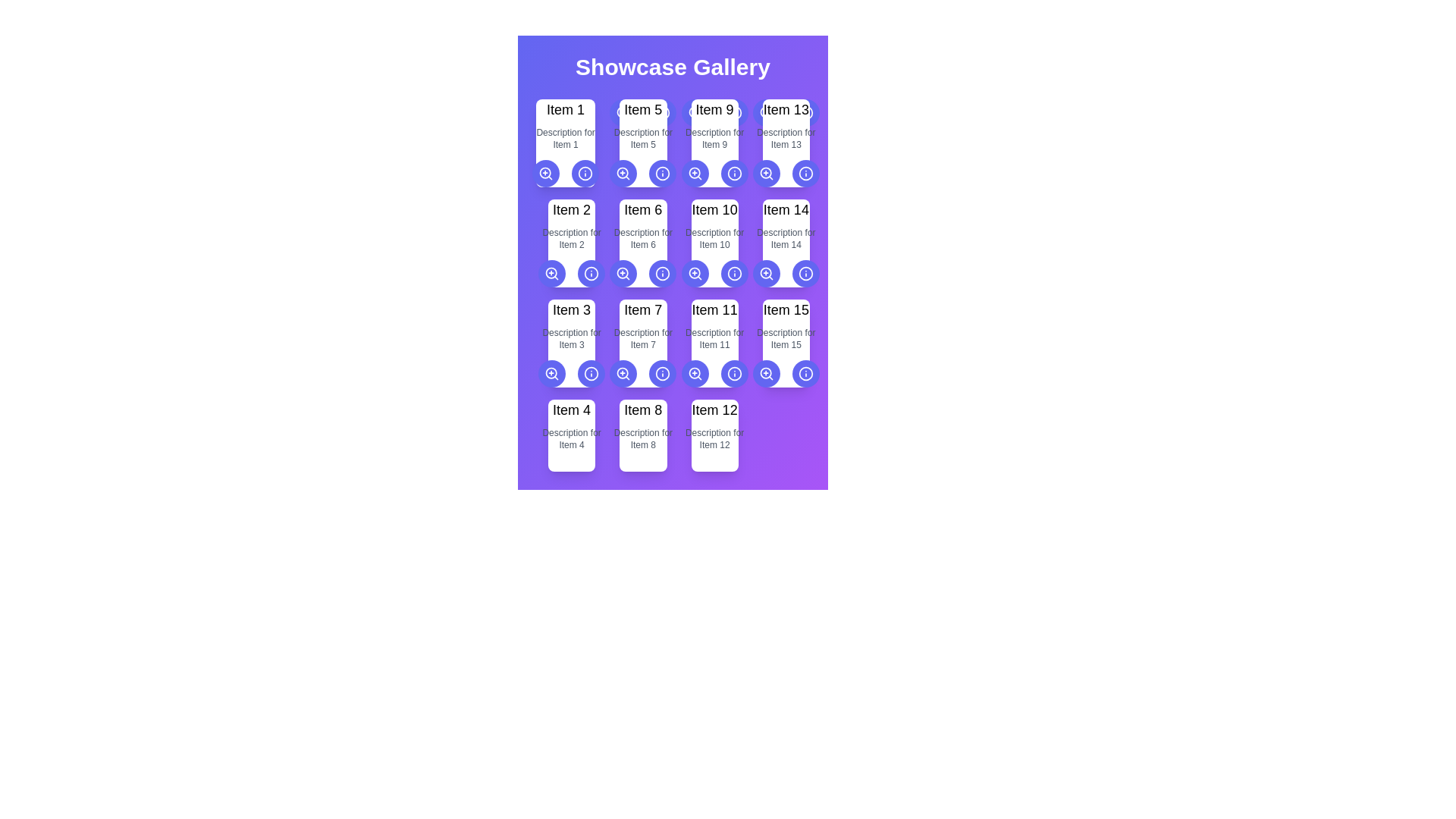 This screenshot has height=819, width=1456. I want to click on the circular icon with an 'i' symbol, which is the second icon in the 'Item 6' panel, so click(663, 274).